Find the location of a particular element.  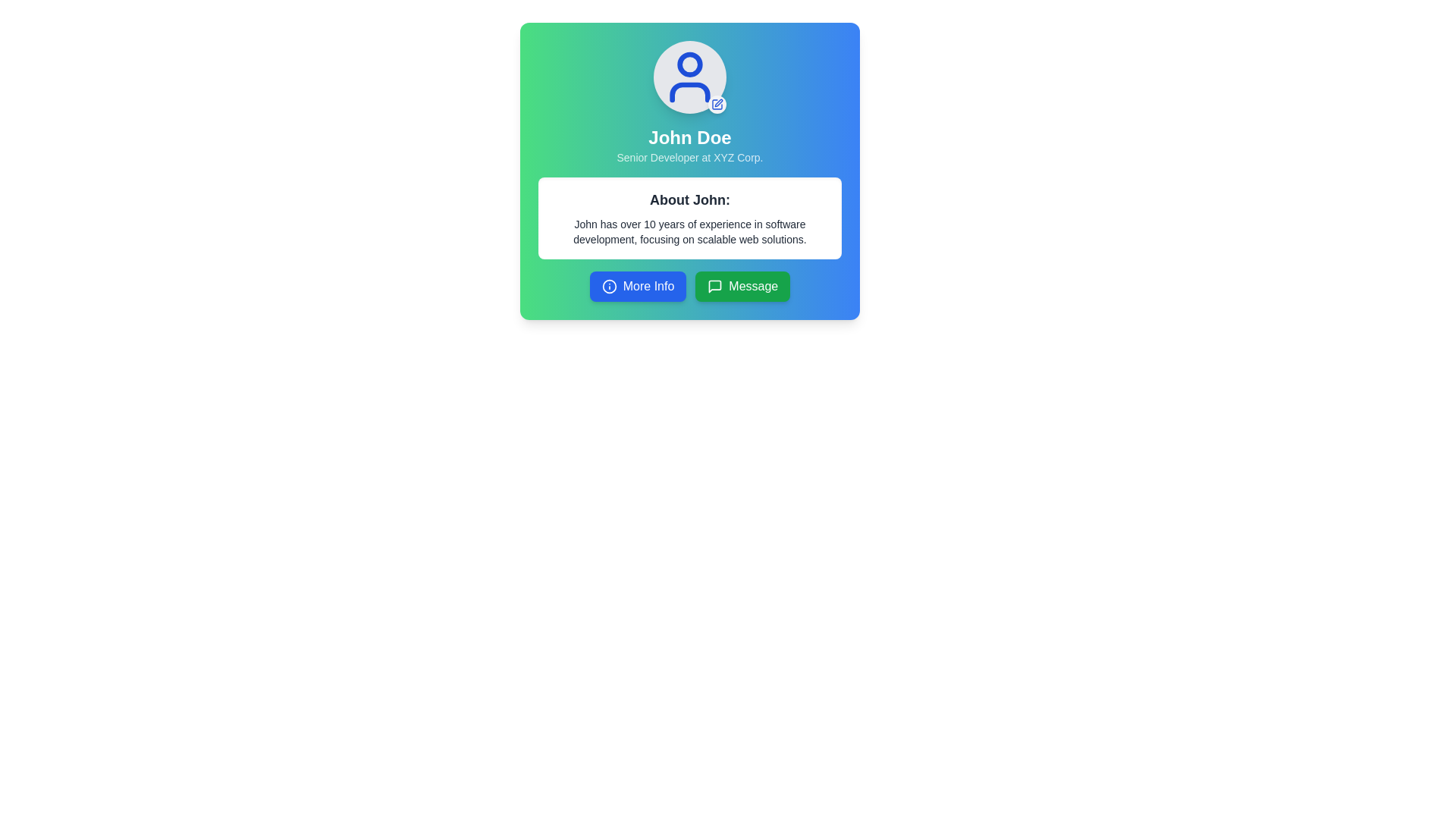

the static text element that indicates the role and company associated with the individual, located within a blue and green gradient card below the title 'John Doe' is located at coordinates (689, 158).